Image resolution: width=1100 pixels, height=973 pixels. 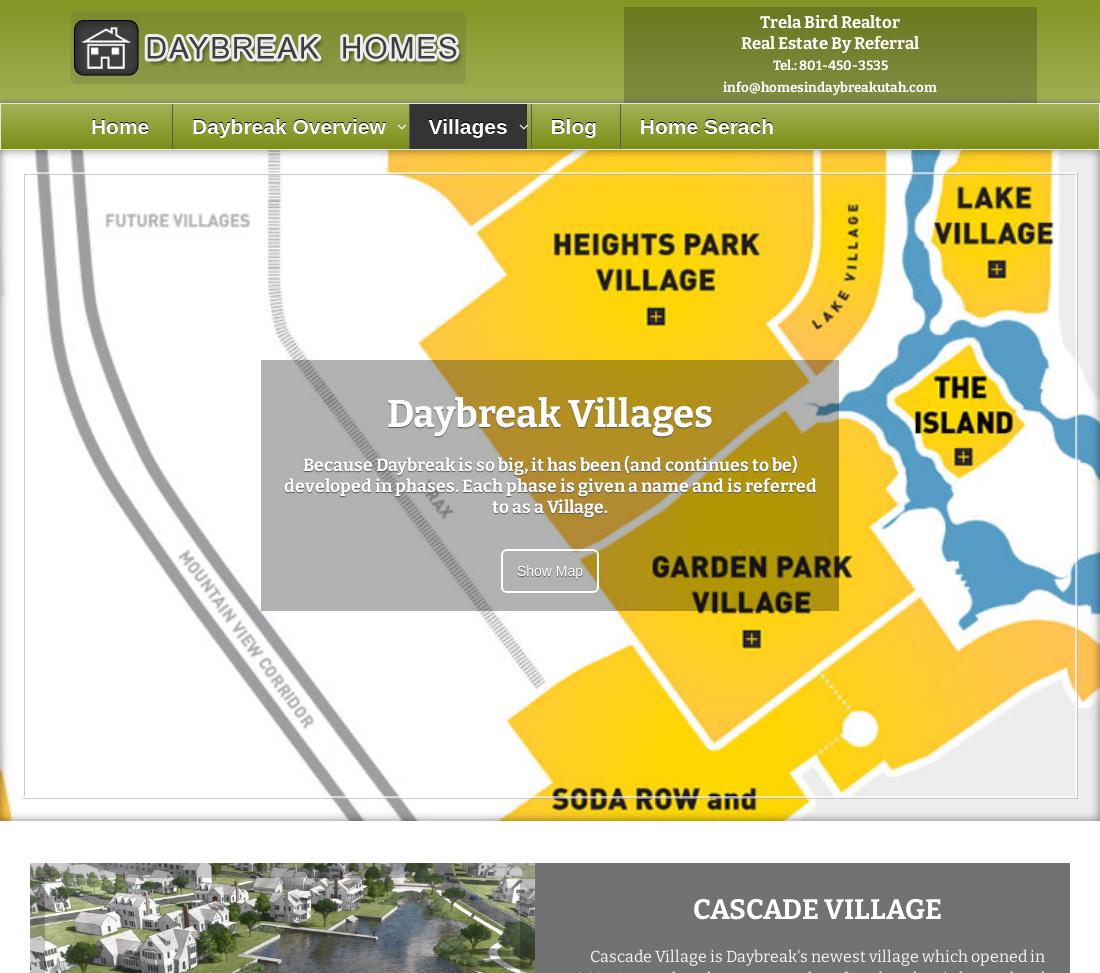 What do you see at coordinates (119, 125) in the screenshot?
I see `'Home'` at bounding box center [119, 125].